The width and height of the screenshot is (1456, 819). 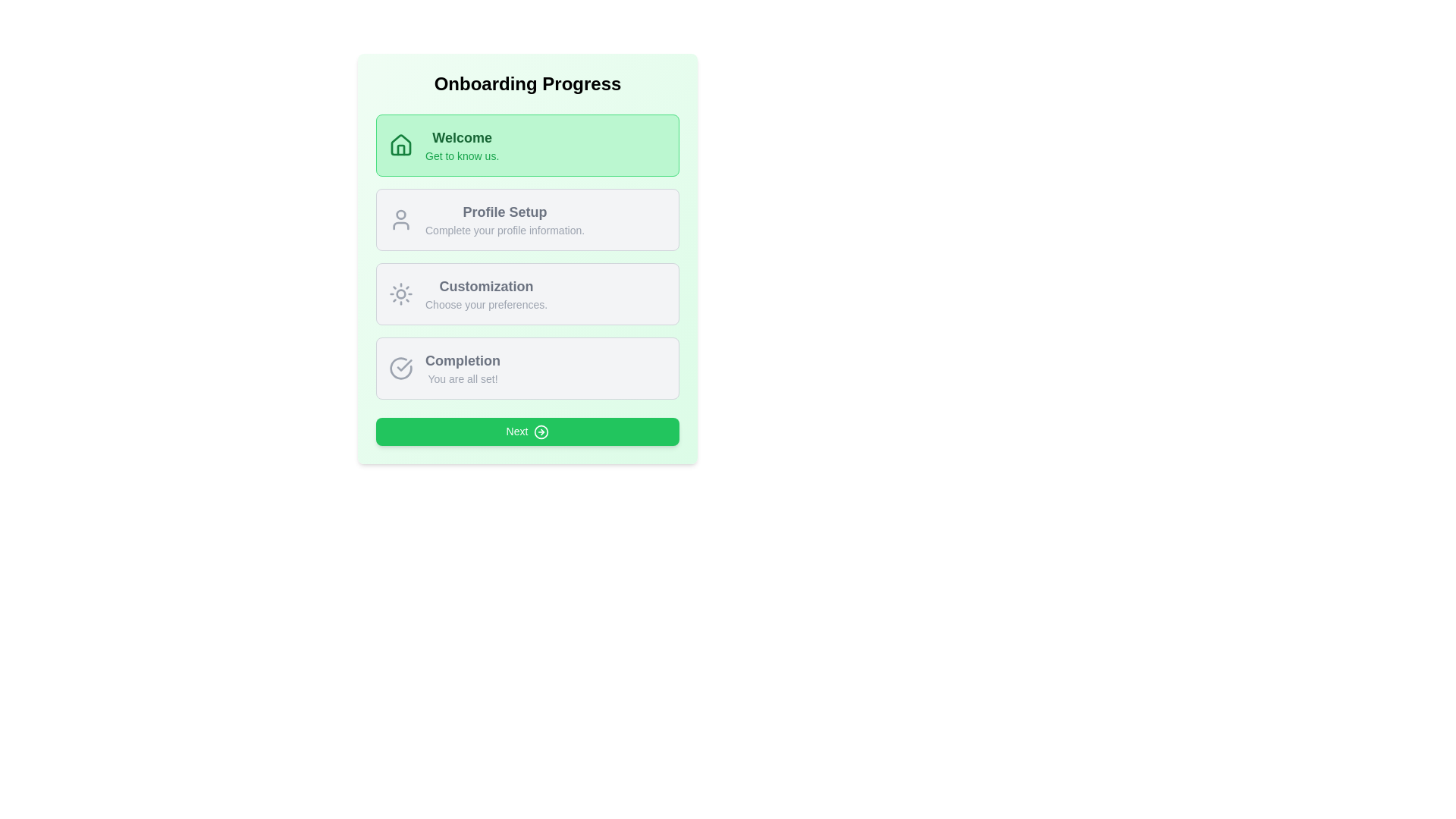 I want to click on informational text located in the 'Profile Setup' section directly below the 'Profile Setup' header, so click(x=505, y=231).